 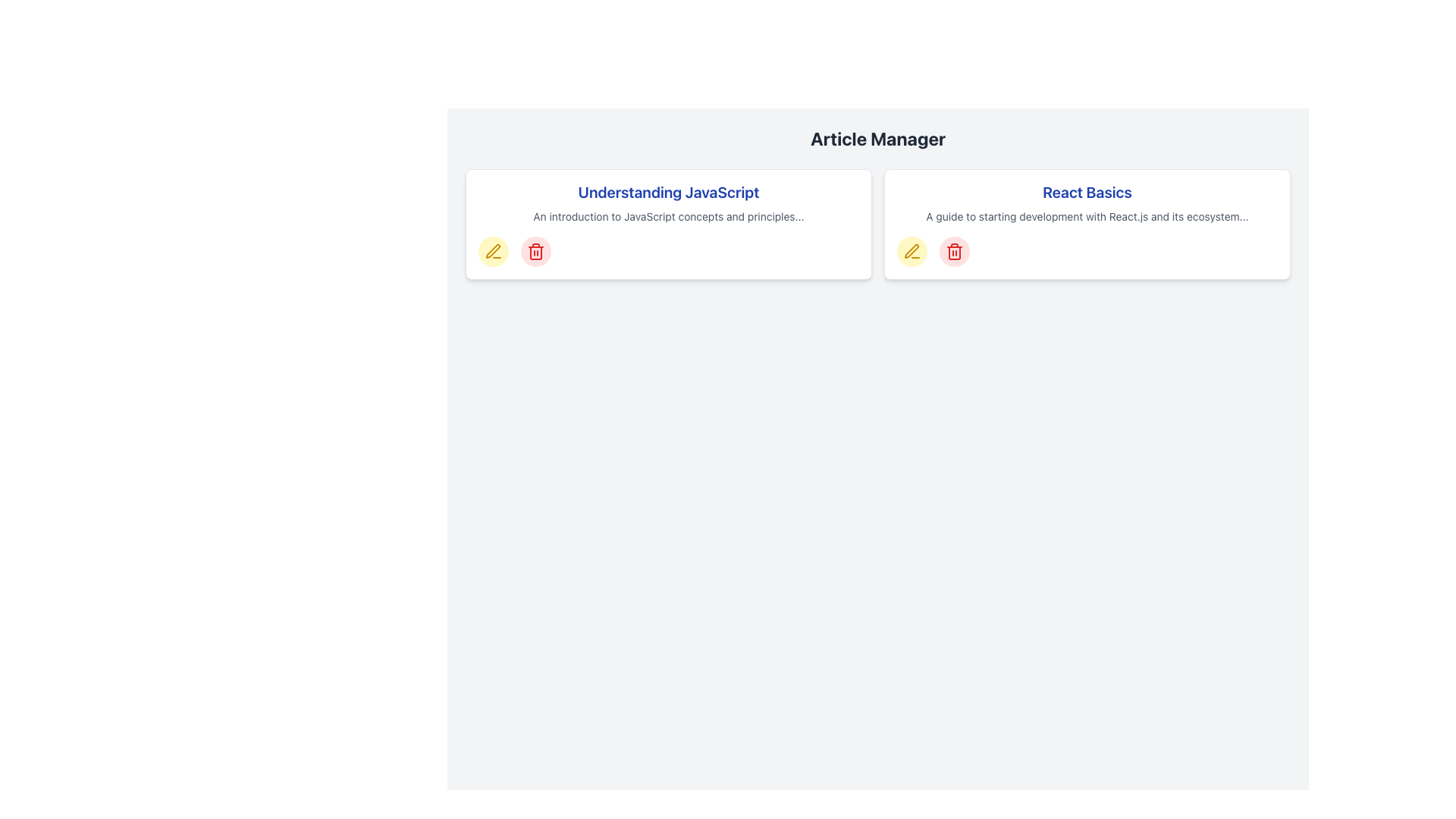 What do you see at coordinates (493, 250) in the screenshot?
I see `the edit icon located at the bottom-left of the card titled 'Understanding JavaScript' to modify the card's content` at bounding box center [493, 250].